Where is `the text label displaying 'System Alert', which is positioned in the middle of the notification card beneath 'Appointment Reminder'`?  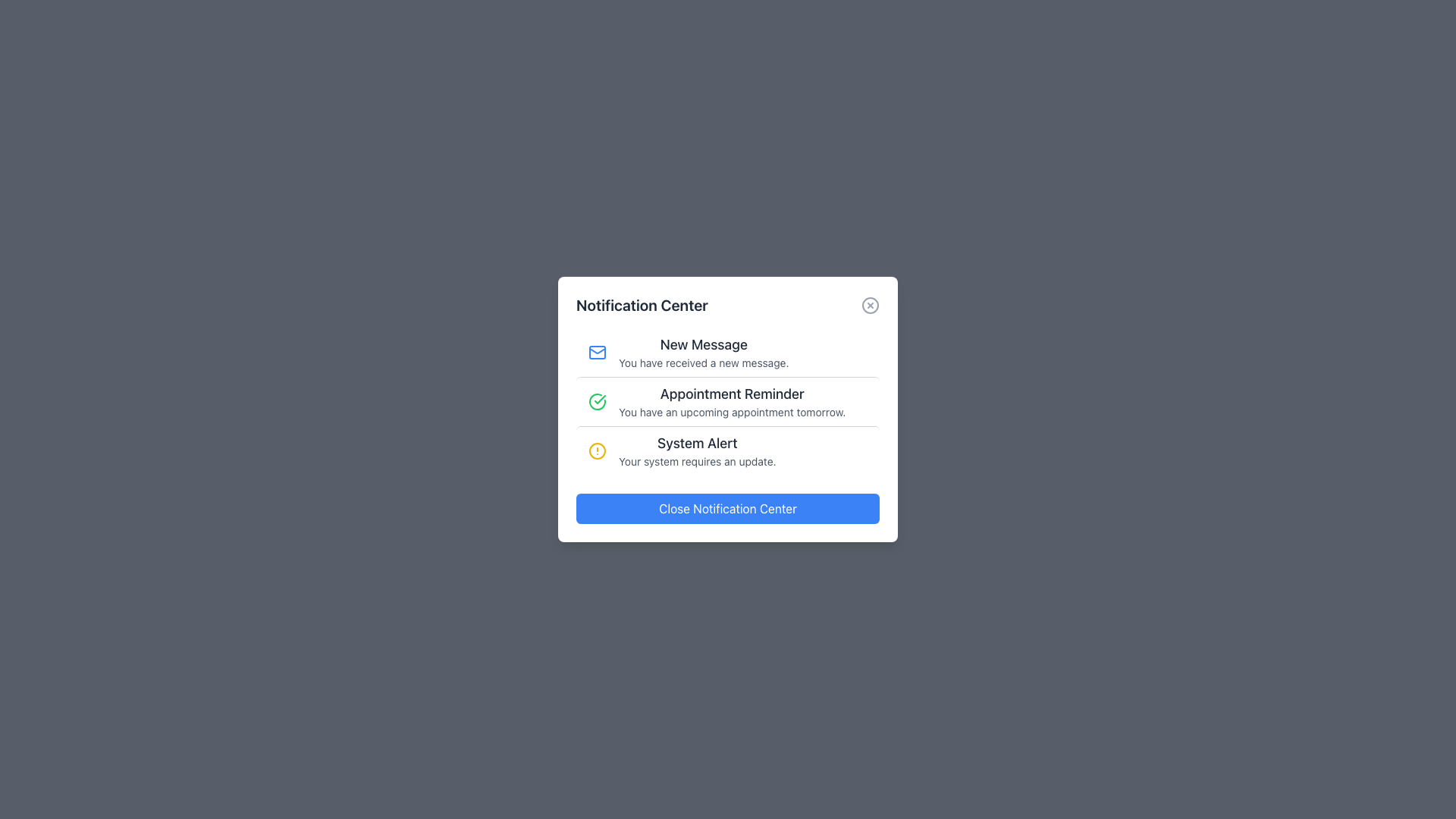 the text label displaying 'System Alert', which is positioned in the middle of the notification card beneath 'Appointment Reminder' is located at coordinates (696, 444).